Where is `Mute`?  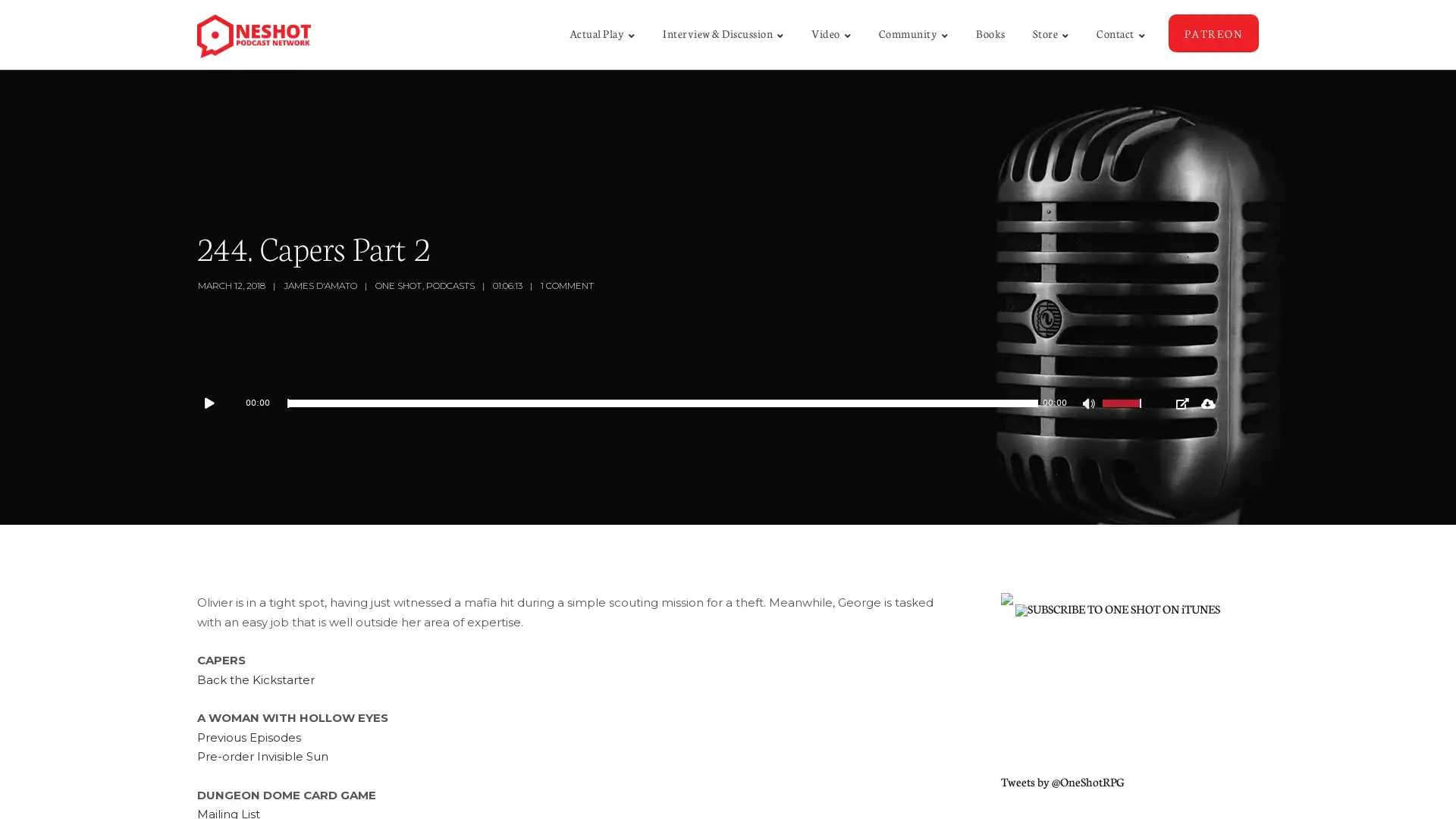
Mute is located at coordinates (1090, 405).